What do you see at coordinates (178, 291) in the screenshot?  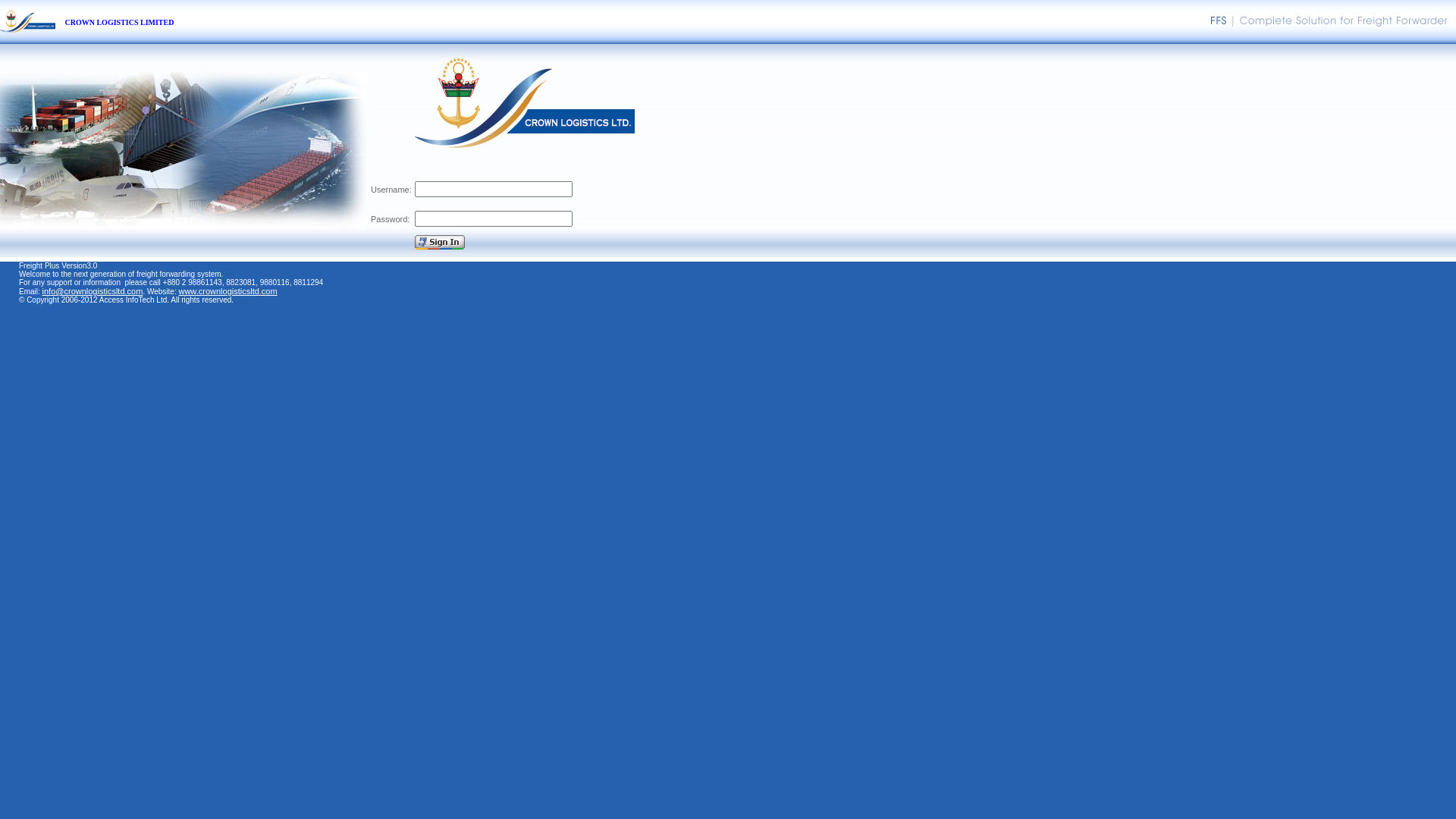 I see `'www.crownlogisticsltd.com'` at bounding box center [178, 291].